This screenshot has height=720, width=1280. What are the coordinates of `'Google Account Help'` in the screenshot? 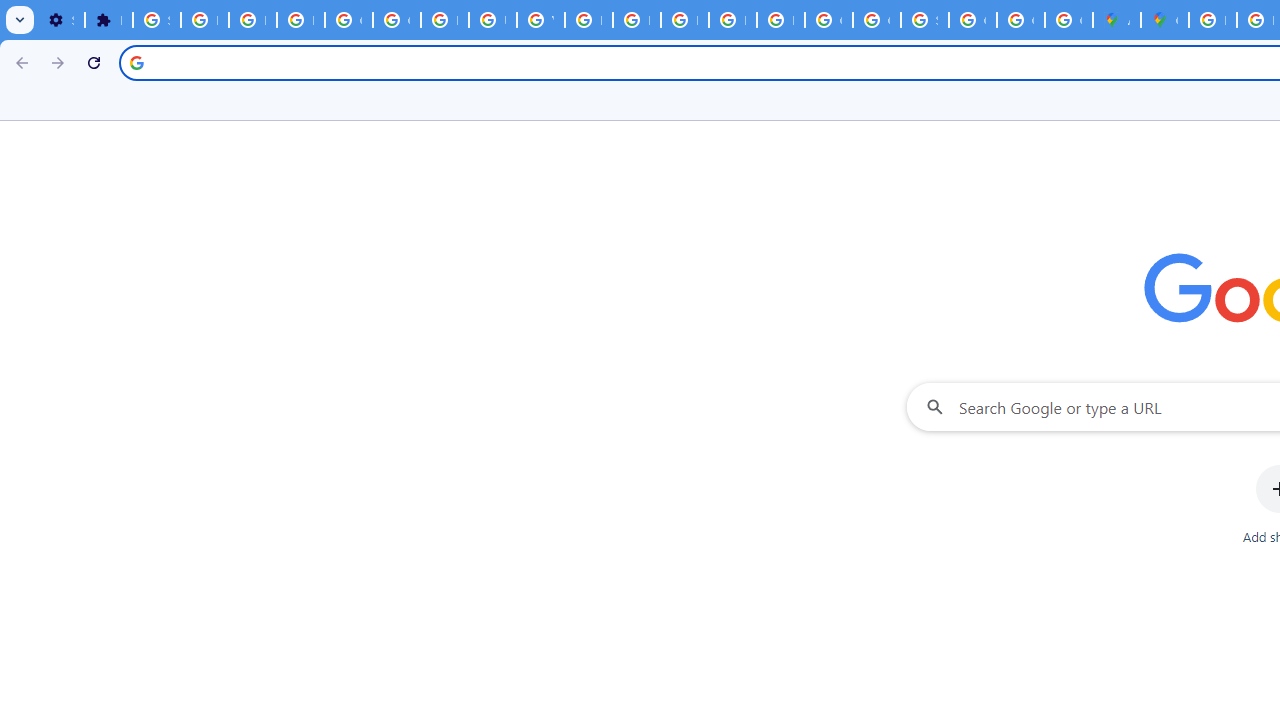 It's located at (396, 20).